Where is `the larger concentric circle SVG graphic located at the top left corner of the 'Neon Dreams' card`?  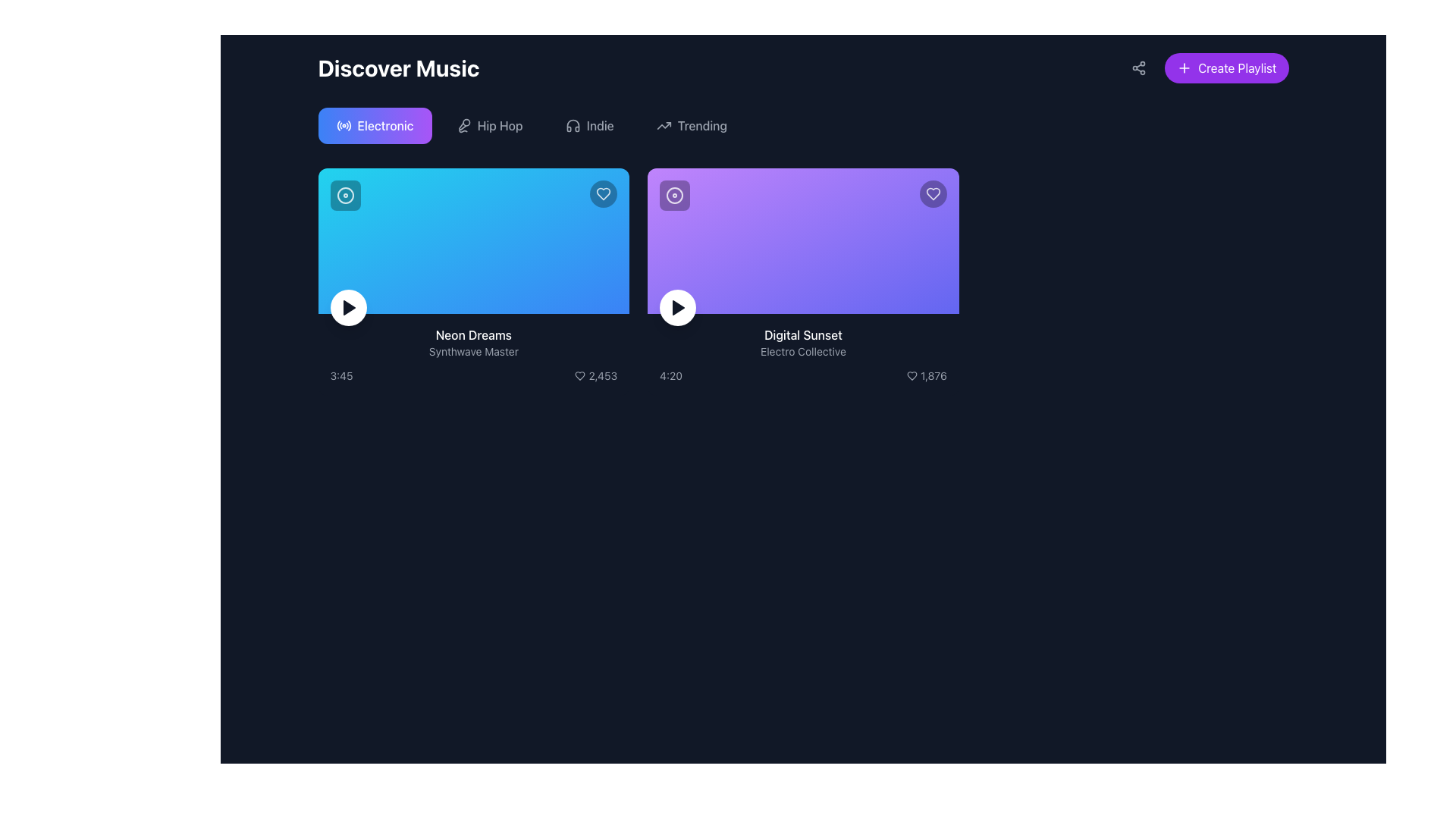 the larger concentric circle SVG graphic located at the top left corner of the 'Neon Dreams' card is located at coordinates (344, 195).